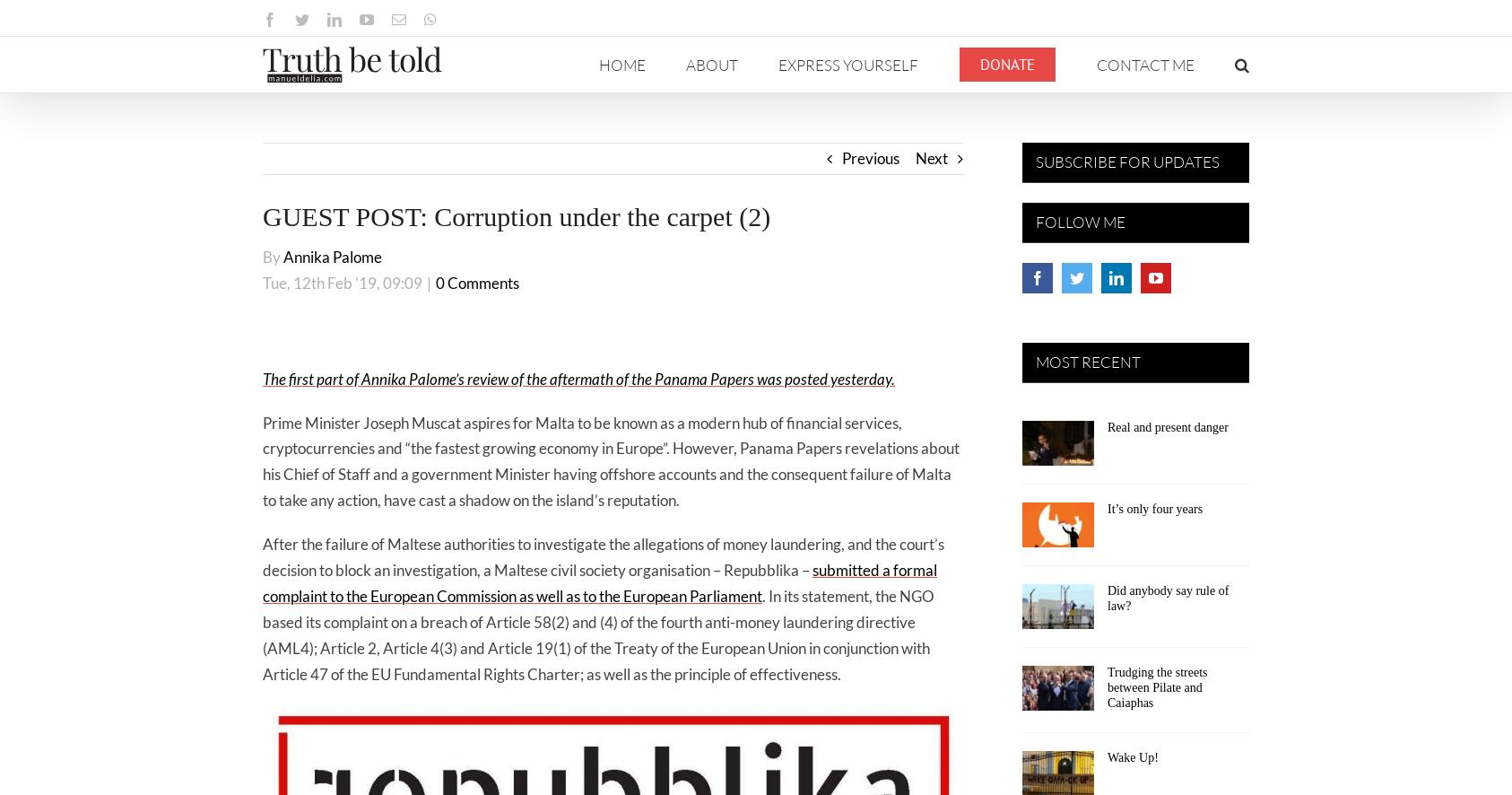  I want to click on 'GUEST POST: Corruption under the carpet (2)', so click(515, 215).